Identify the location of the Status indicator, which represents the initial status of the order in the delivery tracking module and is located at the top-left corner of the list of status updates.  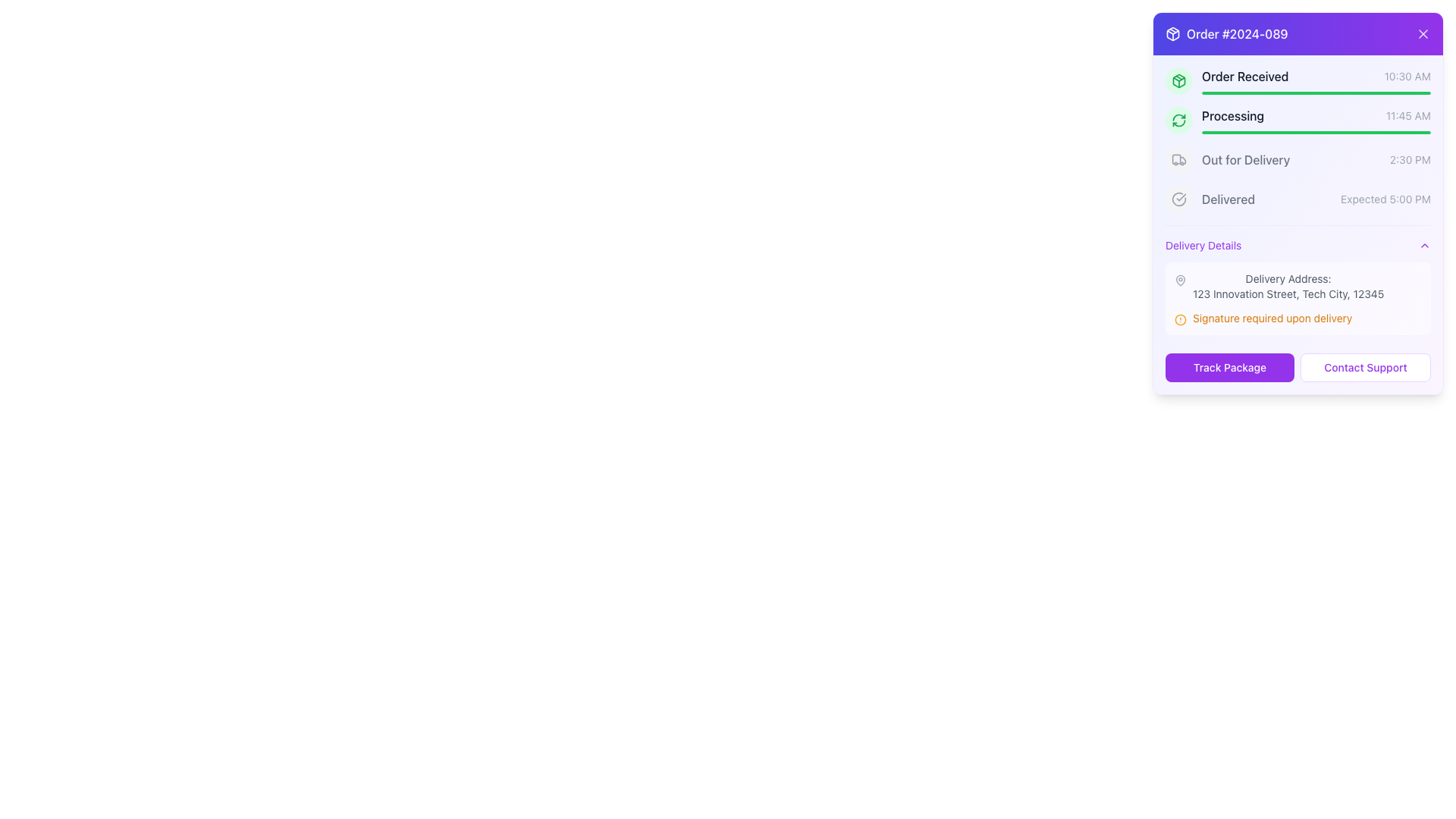
(1298, 81).